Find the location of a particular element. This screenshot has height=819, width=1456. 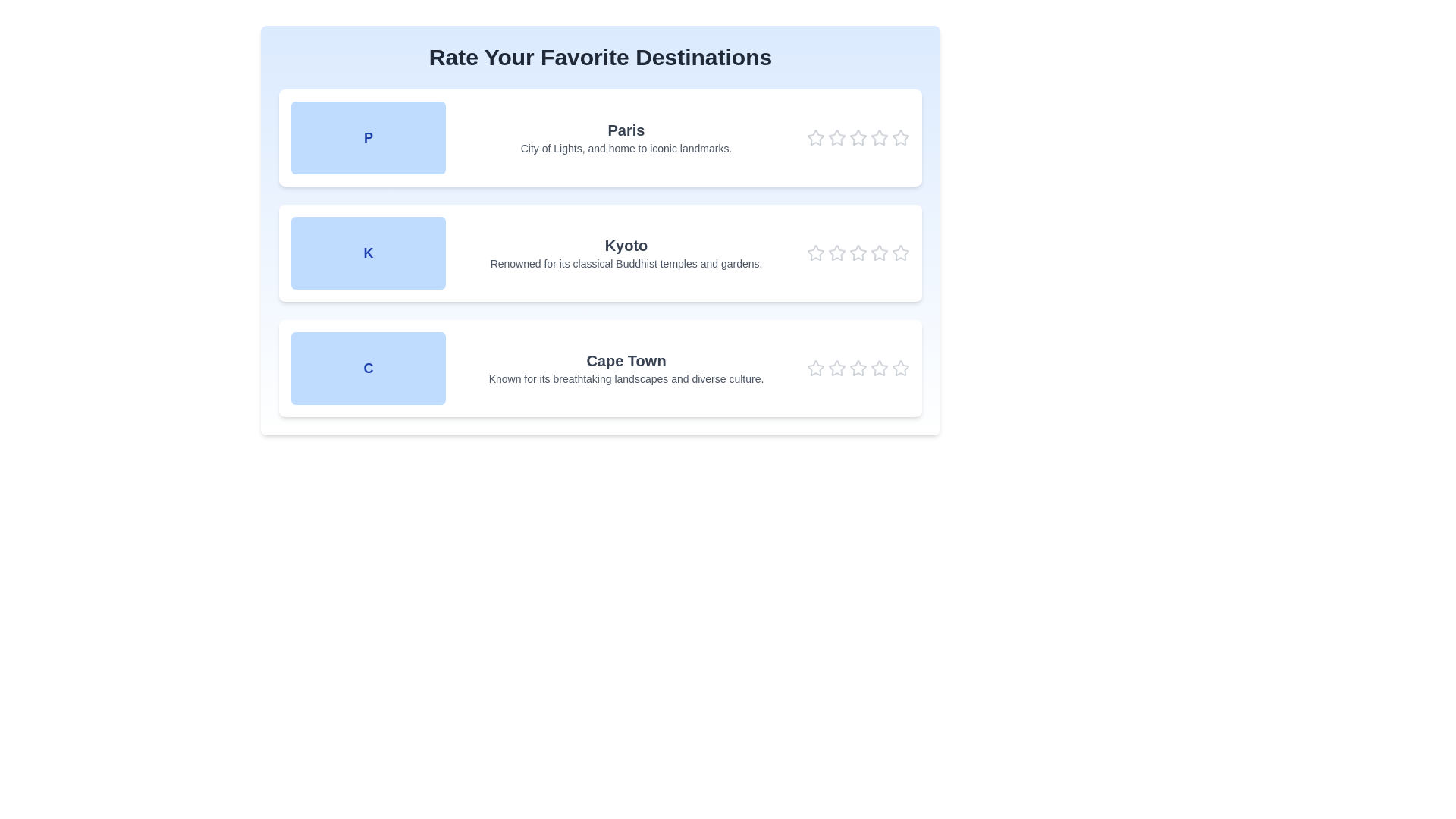

the bold text 'Kyoto', which is styled in a large font size and dark gray color, located at the center of the middle card of a vertically stacked layout is located at coordinates (626, 245).